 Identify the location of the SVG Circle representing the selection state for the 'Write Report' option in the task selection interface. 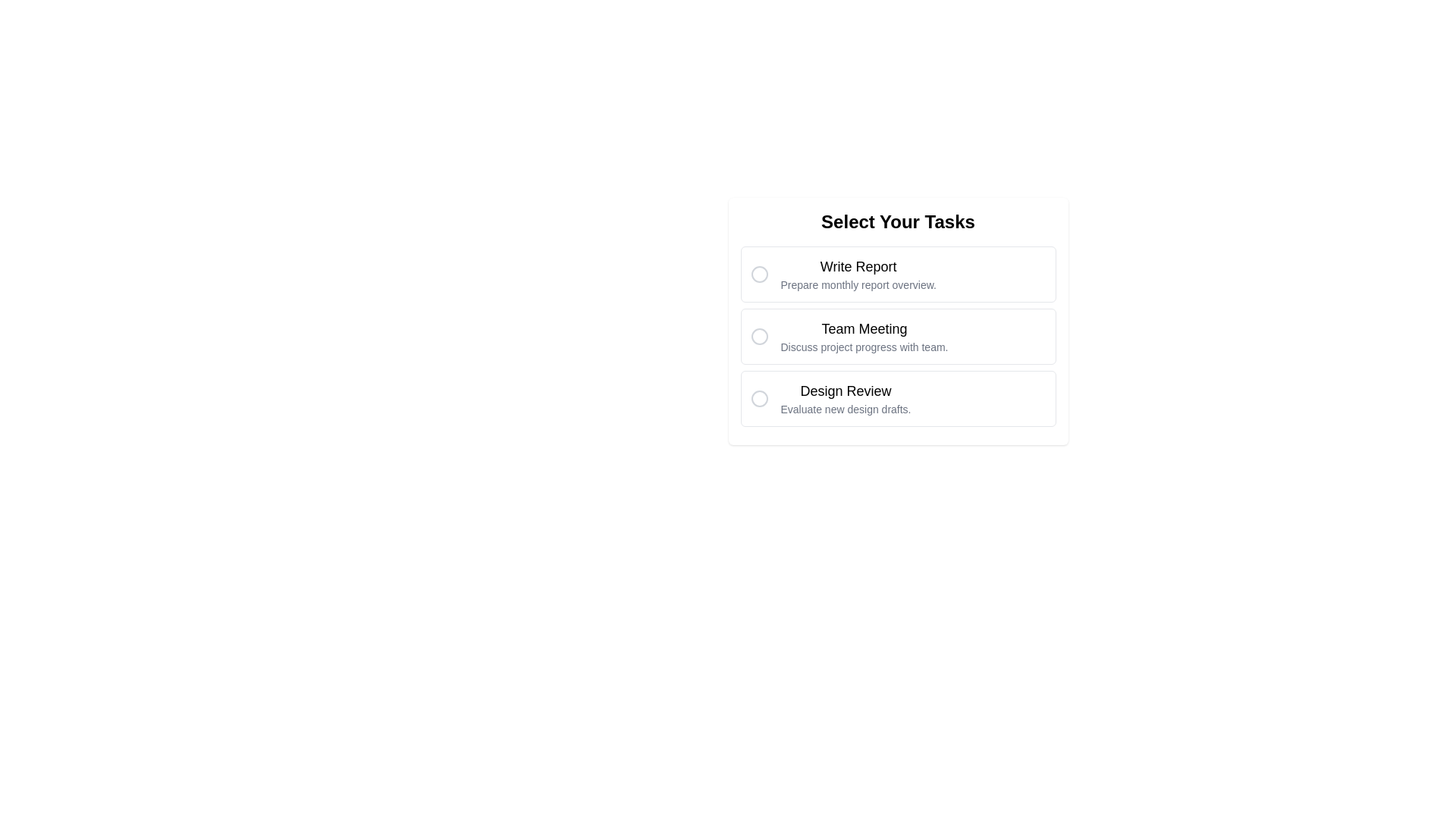
(759, 275).